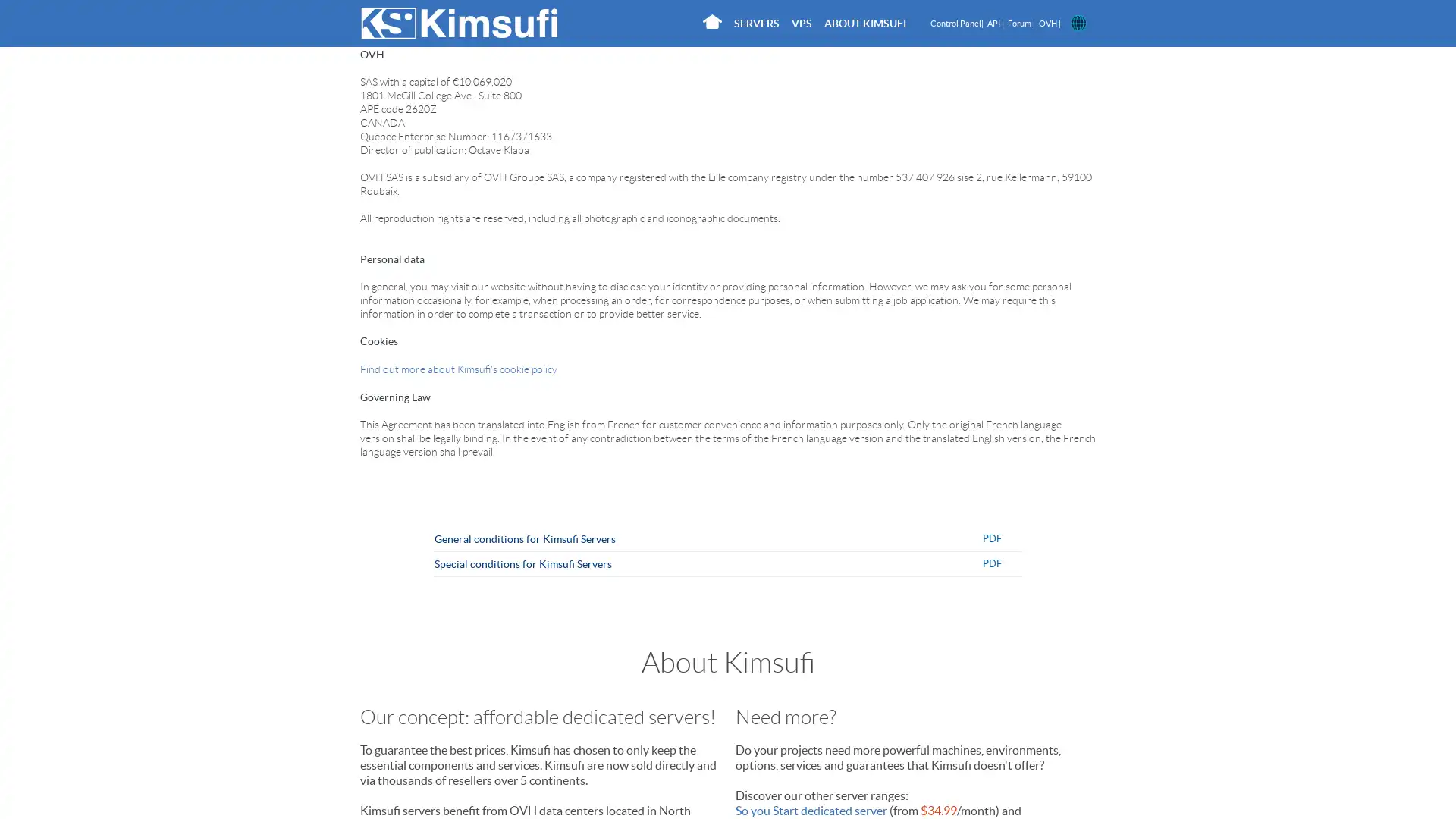 The image size is (1456, 819). I want to click on Accept, so click(972, 374).